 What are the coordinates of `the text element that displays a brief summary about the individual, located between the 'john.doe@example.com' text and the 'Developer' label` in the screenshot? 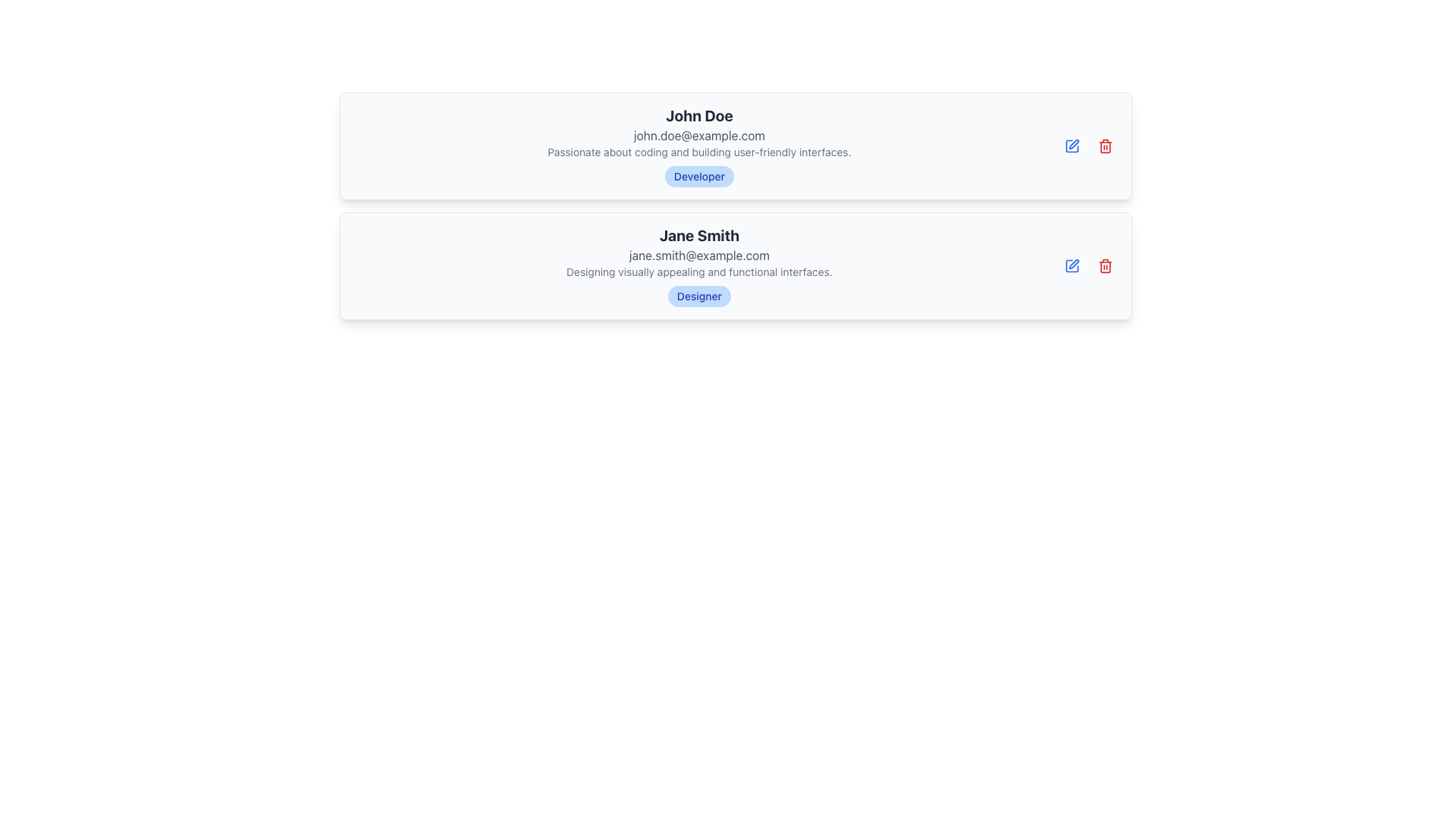 It's located at (698, 152).